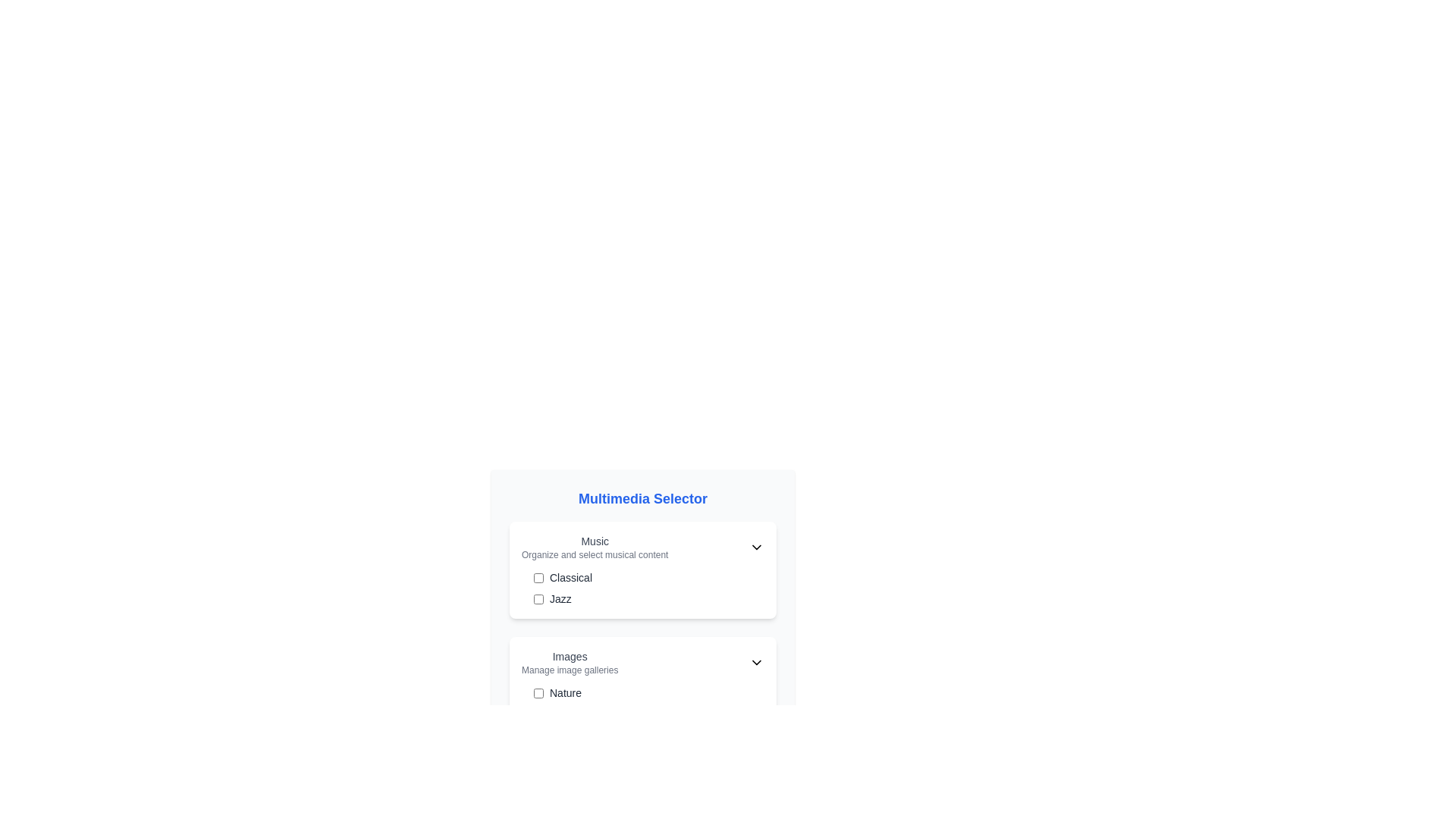 The image size is (1456, 819). I want to click on the multimedia content selector interface located in the middle-bottom part of the 'Multimedia Selector' panel, so click(643, 638).